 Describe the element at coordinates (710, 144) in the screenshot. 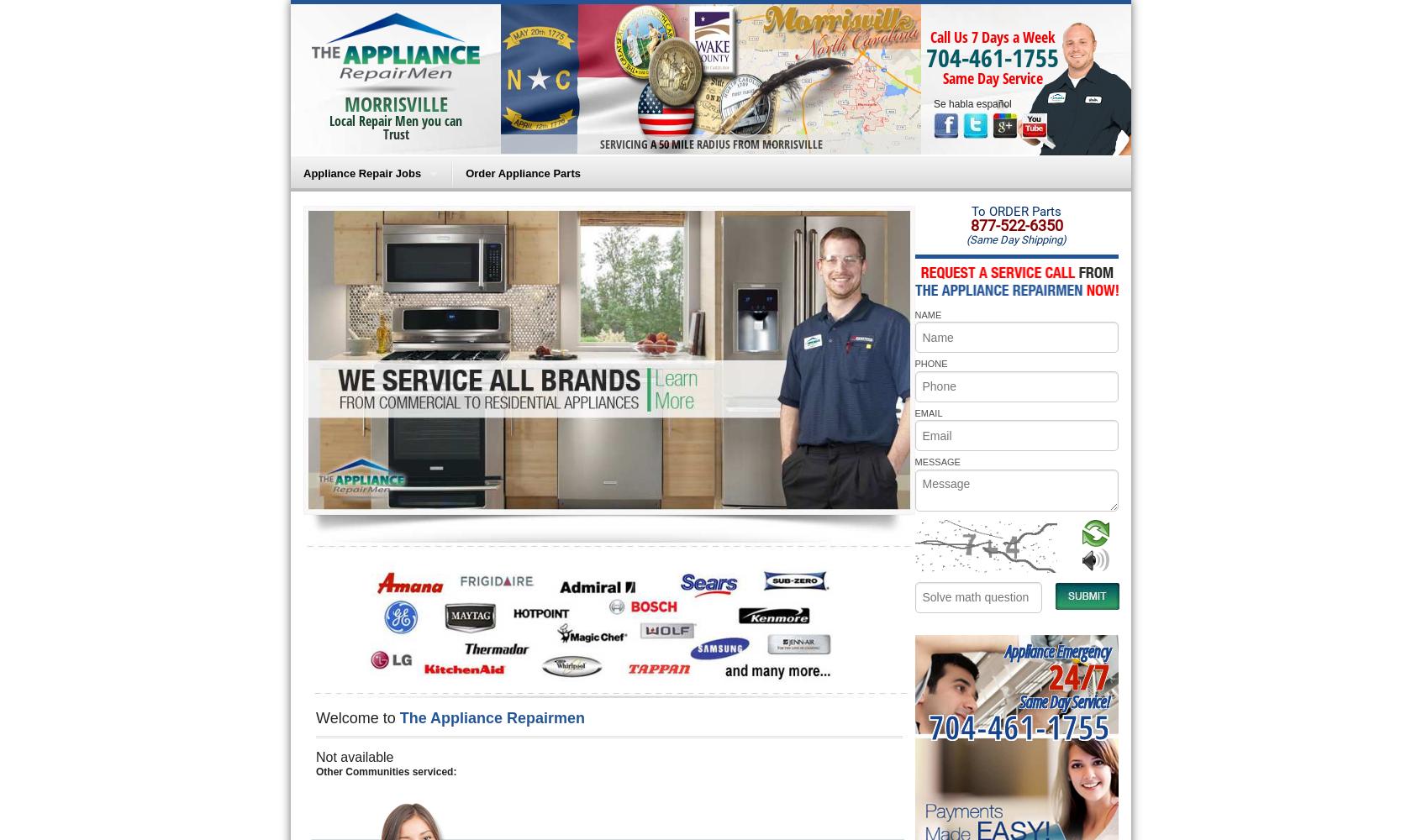

I see `'SERVICING A 50 MILE RADIUS FROM MORRISVILLE'` at that location.